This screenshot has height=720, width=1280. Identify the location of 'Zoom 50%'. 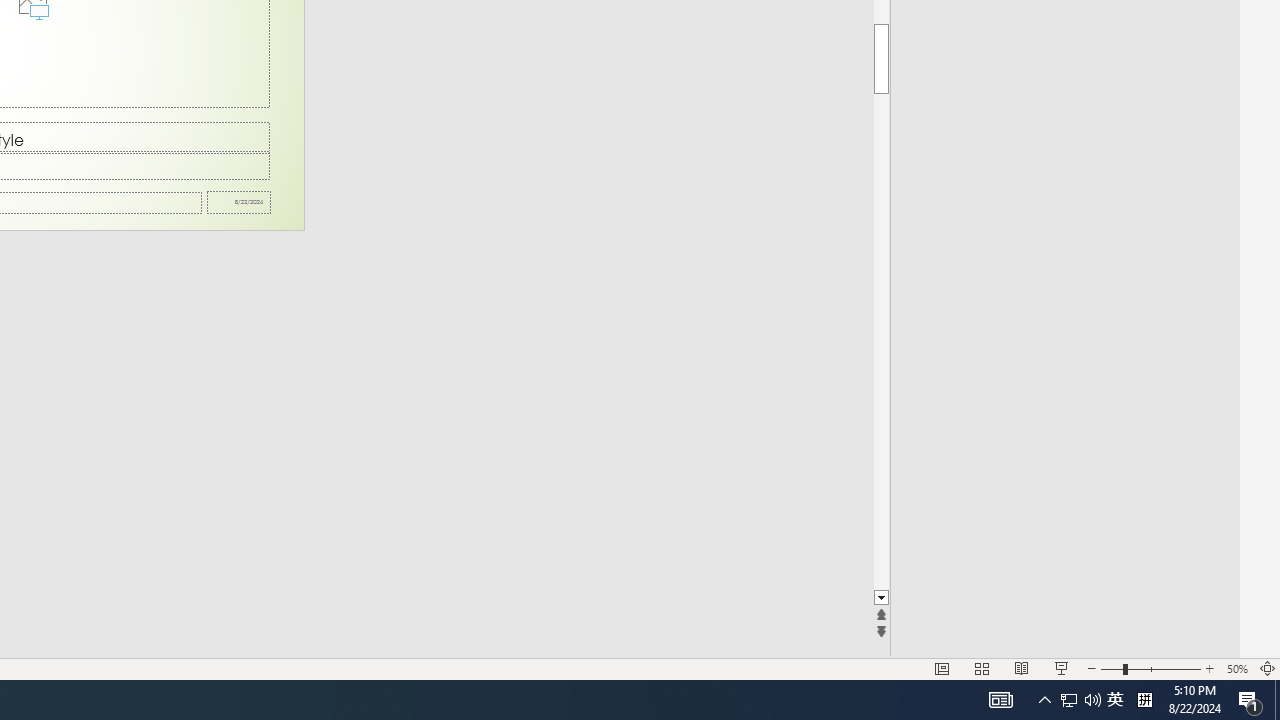
(1236, 669).